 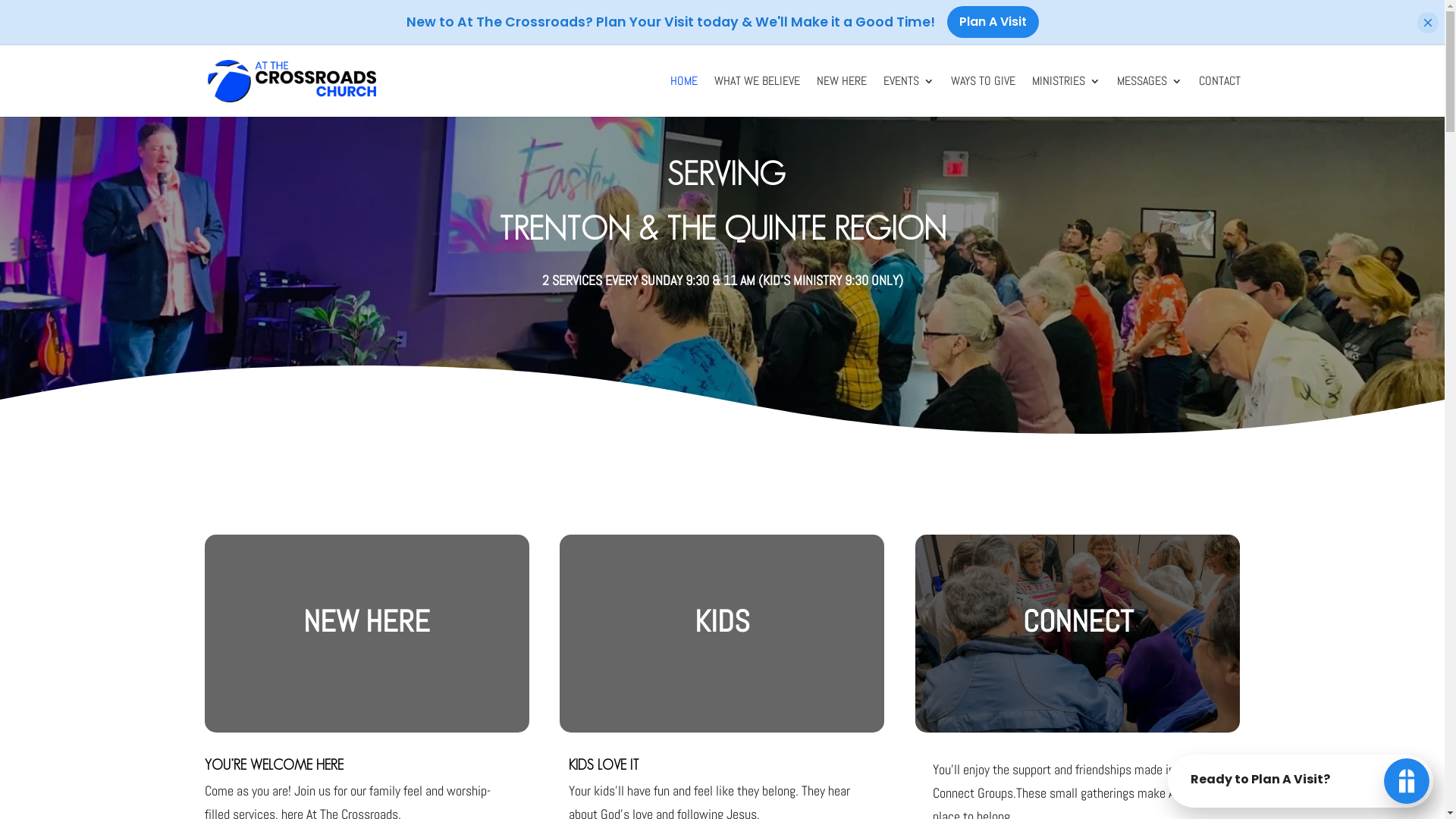 What do you see at coordinates (1065, 96) in the screenshot?
I see `'MINISTRIES'` at bounding box center [1065, 96].